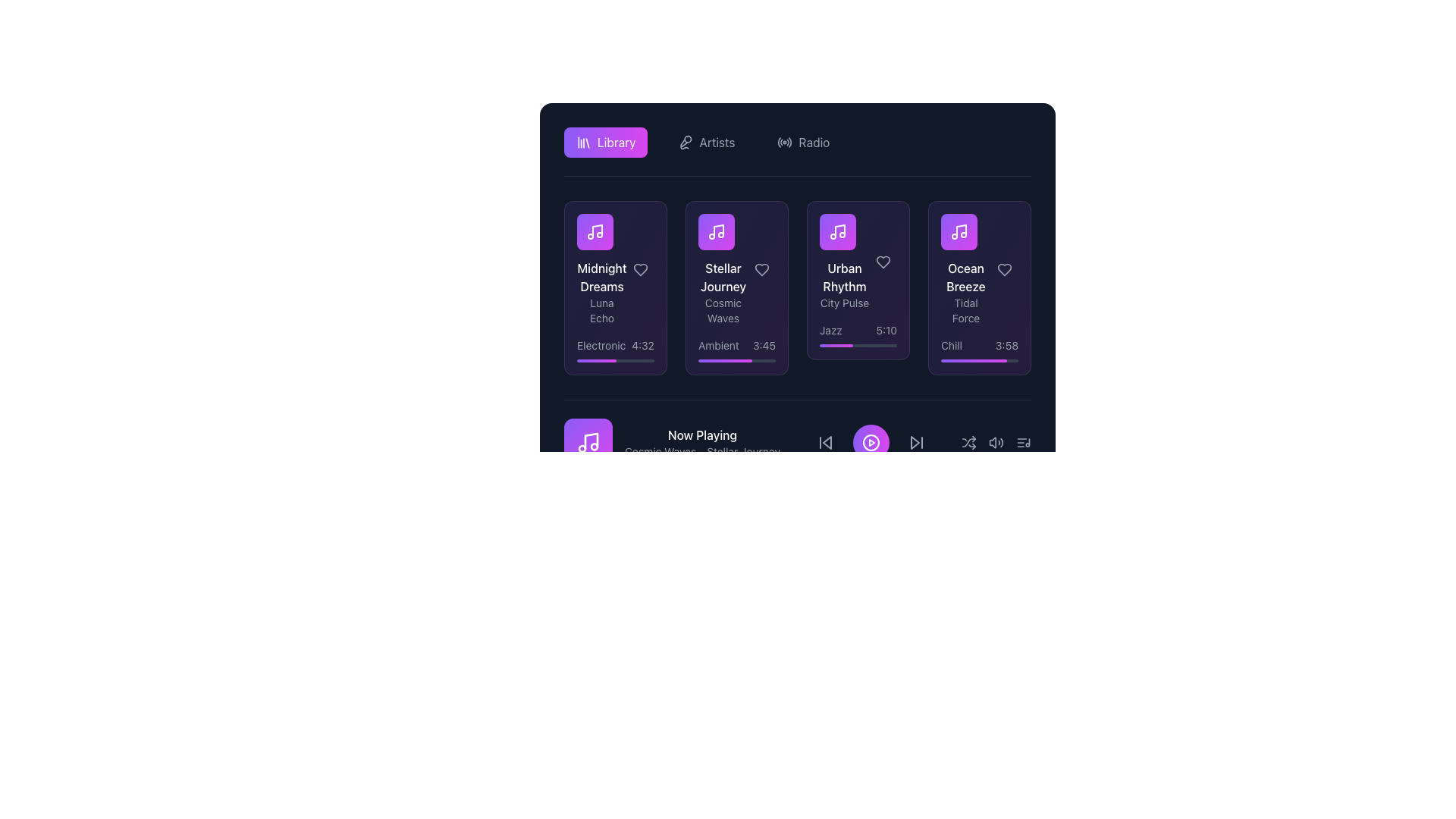 The height and width of the screenshot is (819, 1456). What do you see at coordinates (858, 334) in the screenshot?
I see `the progress bar status of the Information display component featuring the text 'Jazz' and duration '5:10', located in the lower segment of the 'Urban Rhythm' card` at bounding box center [858, 334].